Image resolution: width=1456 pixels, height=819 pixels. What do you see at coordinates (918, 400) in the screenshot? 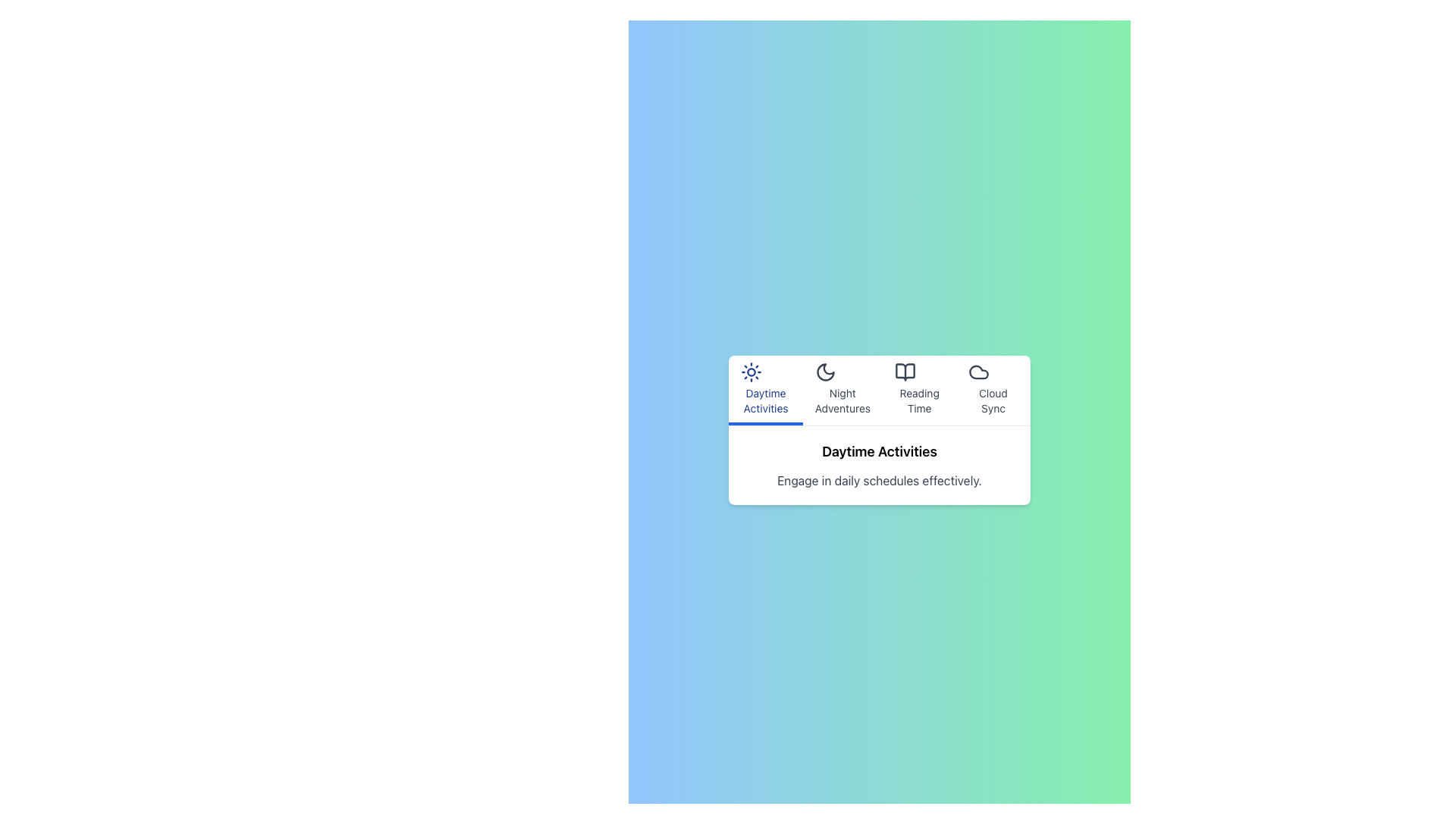
I see `'Reading Time' label text located below the book icon in the navigation bar at the top of the card` at bounding box center [918, 400].